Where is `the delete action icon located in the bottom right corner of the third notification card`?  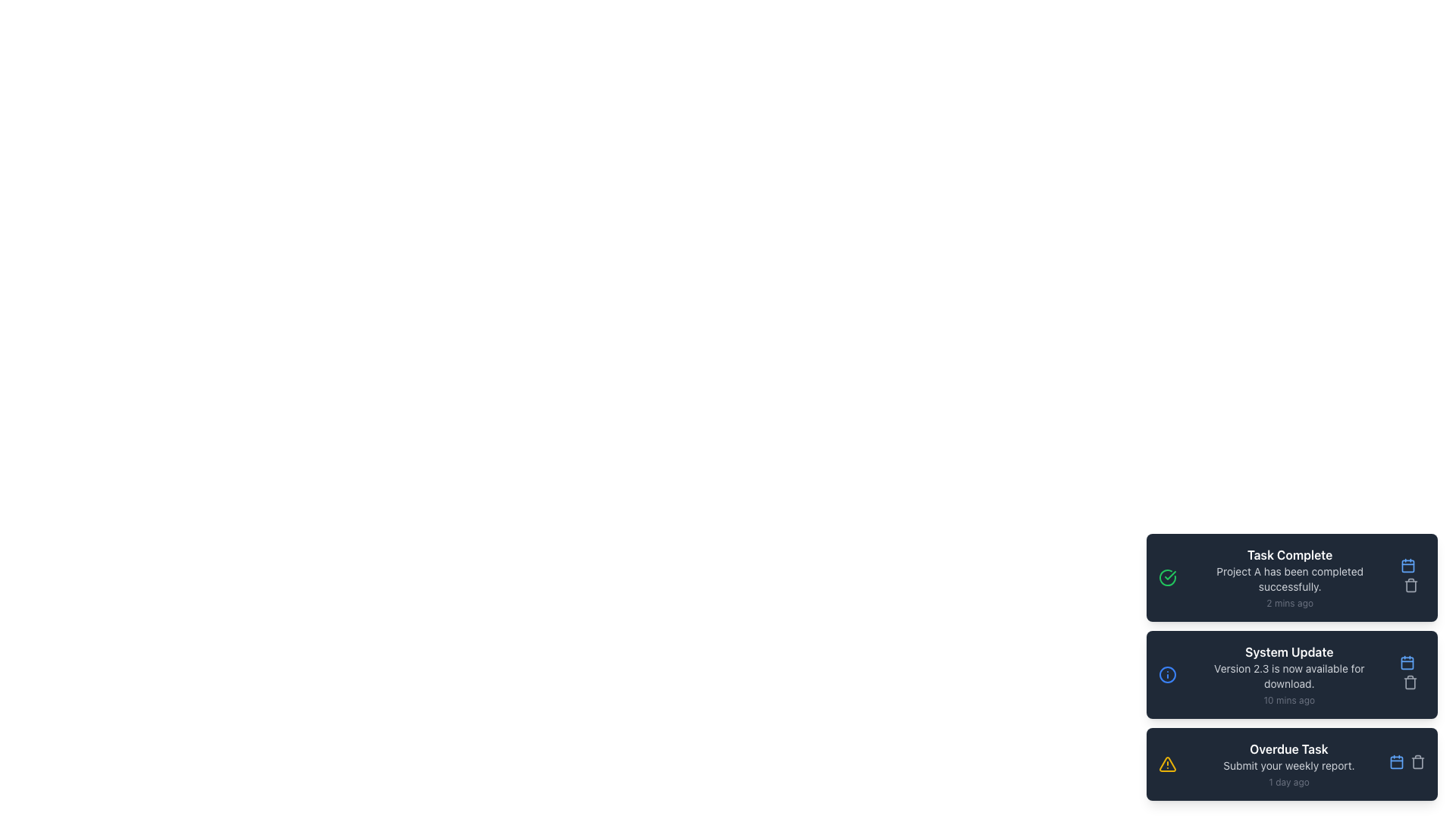
the delete action icon located in the bottom right corner of the third notification card is located at coordinates (1417, 762).